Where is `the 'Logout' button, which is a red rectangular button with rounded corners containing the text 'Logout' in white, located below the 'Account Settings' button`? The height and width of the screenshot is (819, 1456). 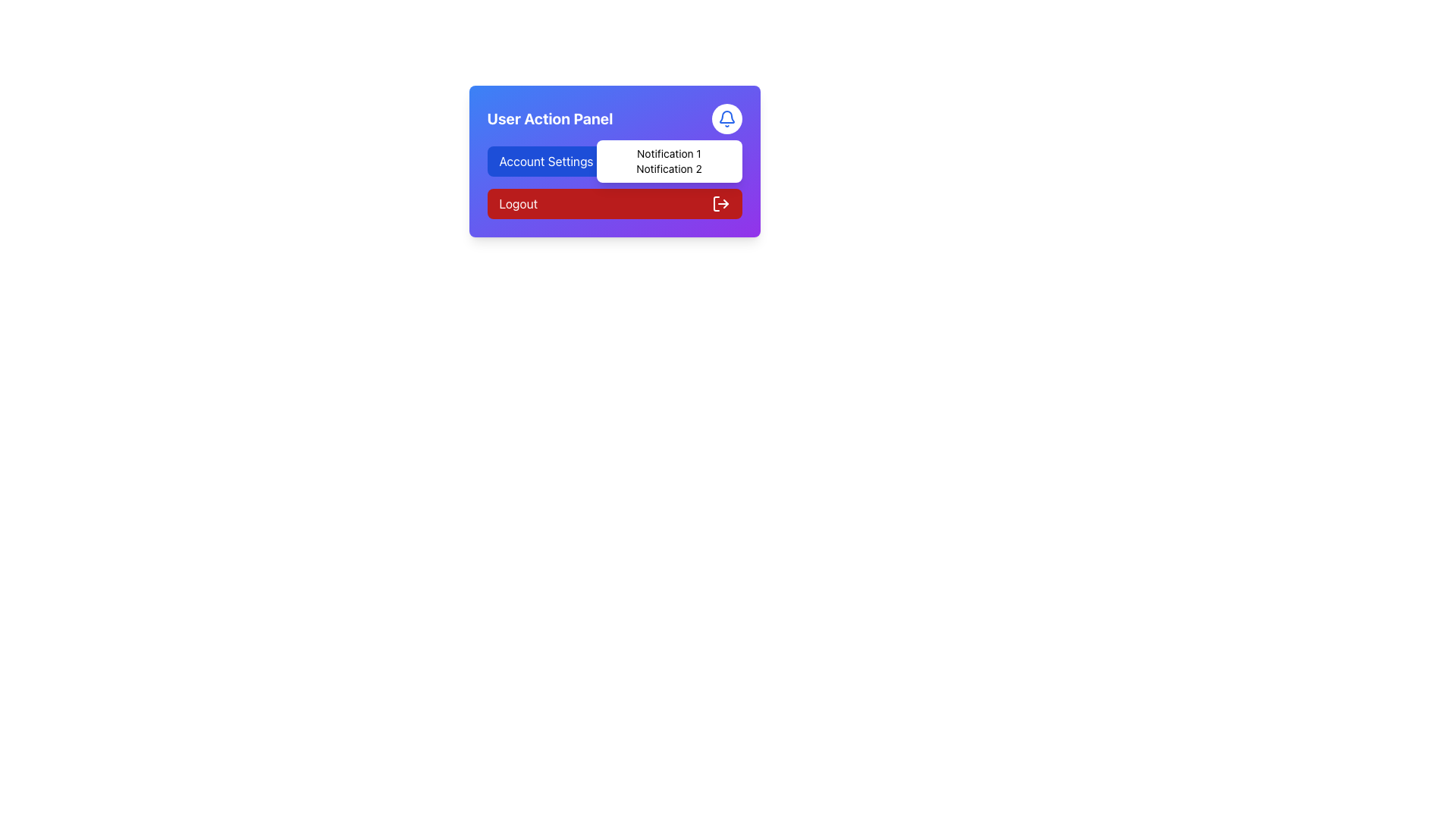
the 'Logout' button, which is a red rectangular button with rounded corners containing the text 'Logout' in white, located below the 'Account Settings' button is located at coordinates (518, 203).